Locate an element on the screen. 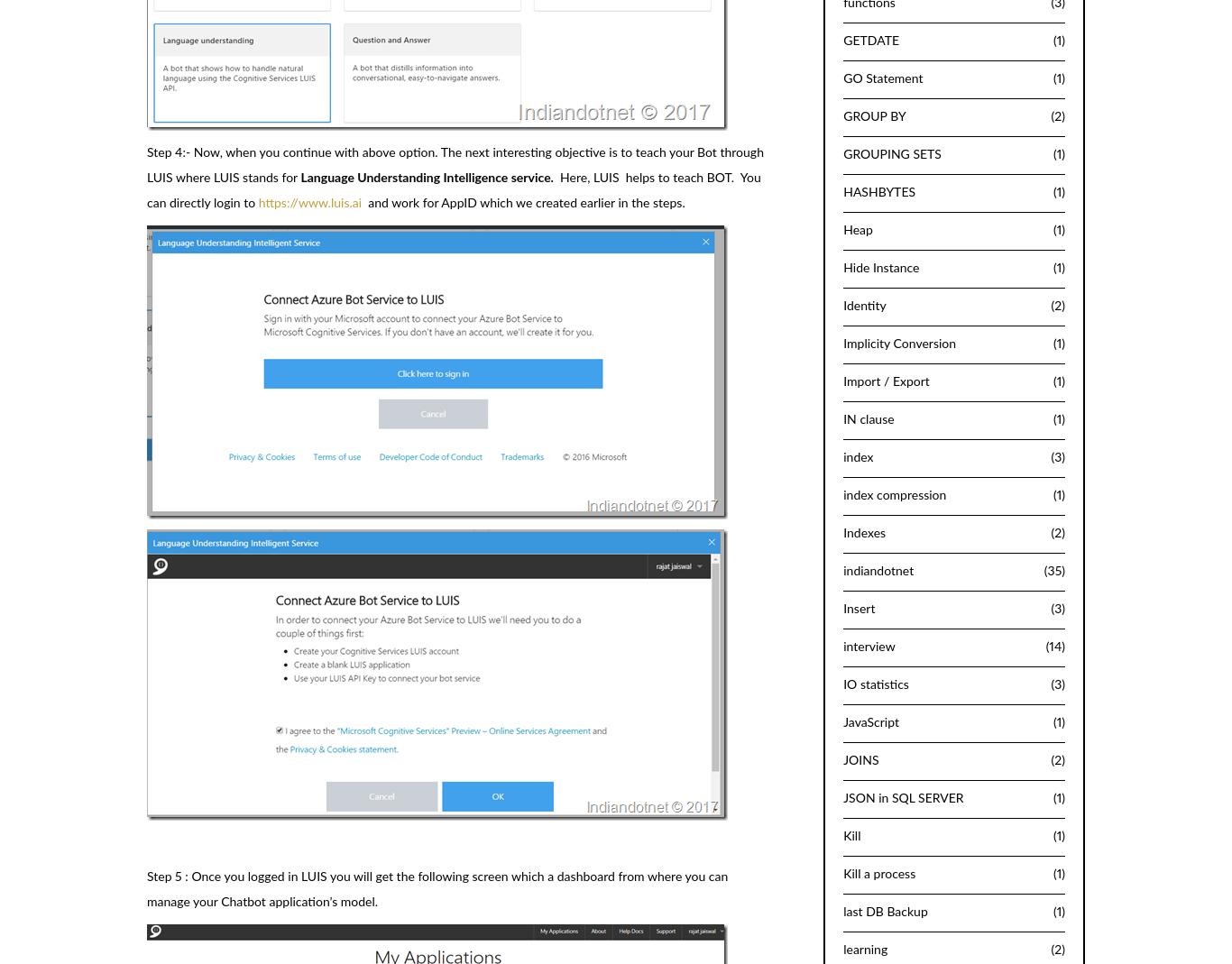  'indiandotnet' is located at coordinates (878, 570).